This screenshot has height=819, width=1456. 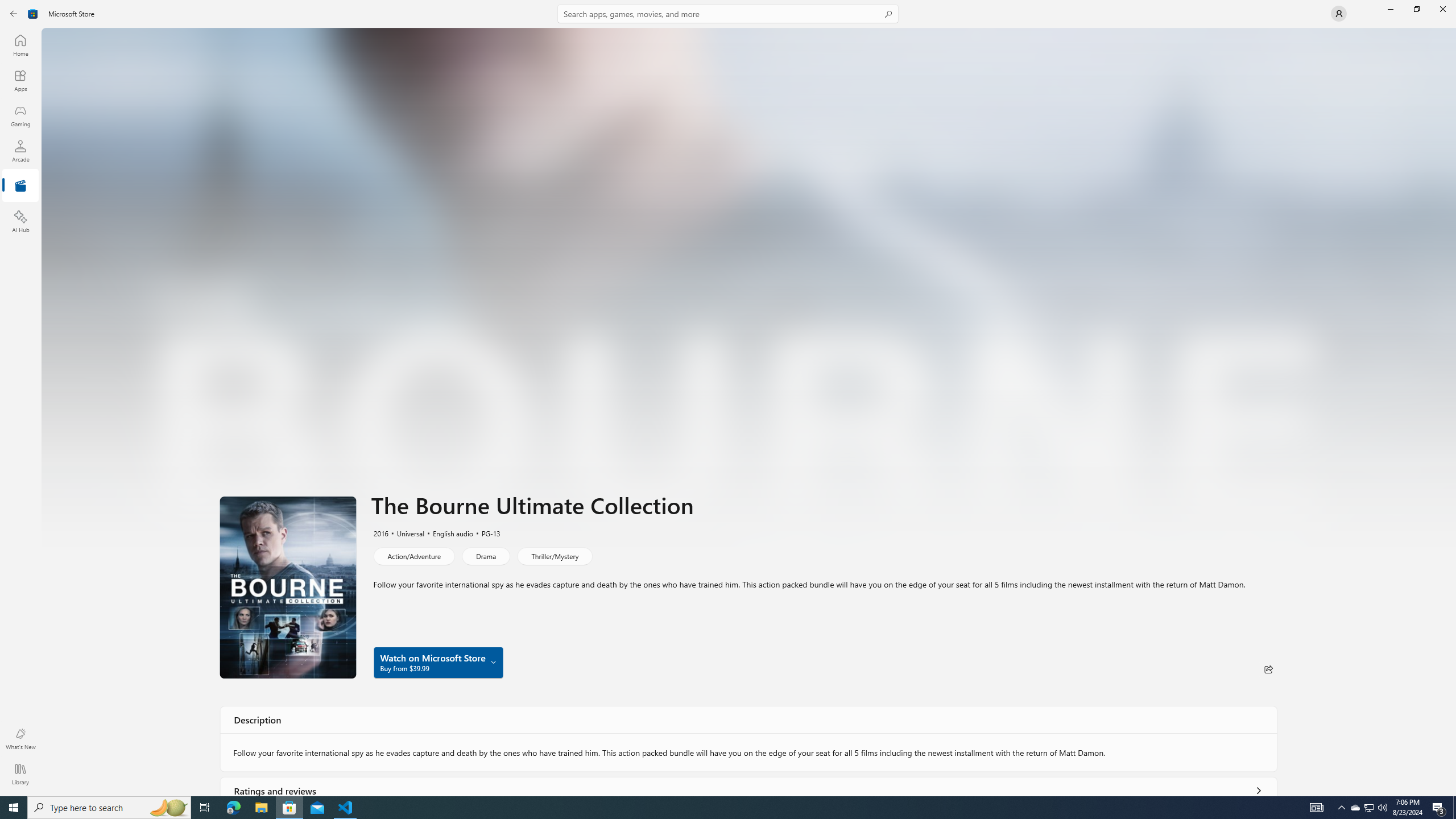 I want to click on 'Arcade', so click(x=19, y=150).